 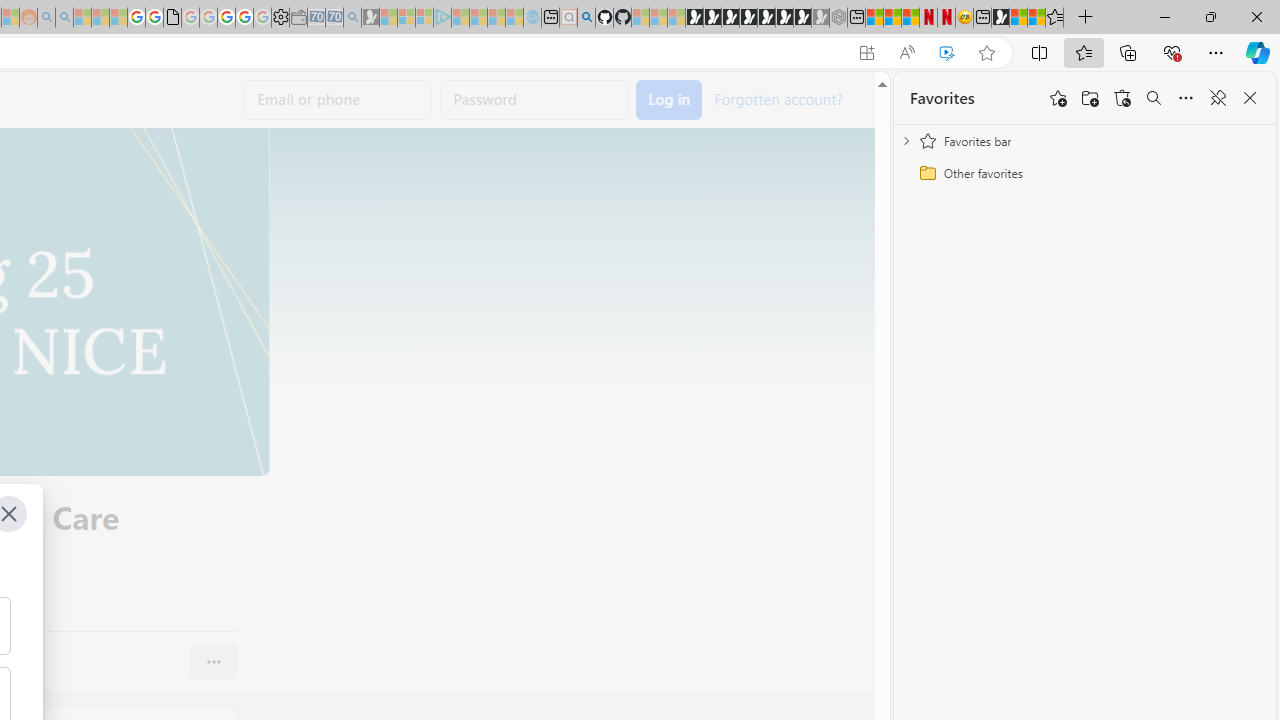 I want to click on 'App available. Install Facebook', so click(x=867, y=52).